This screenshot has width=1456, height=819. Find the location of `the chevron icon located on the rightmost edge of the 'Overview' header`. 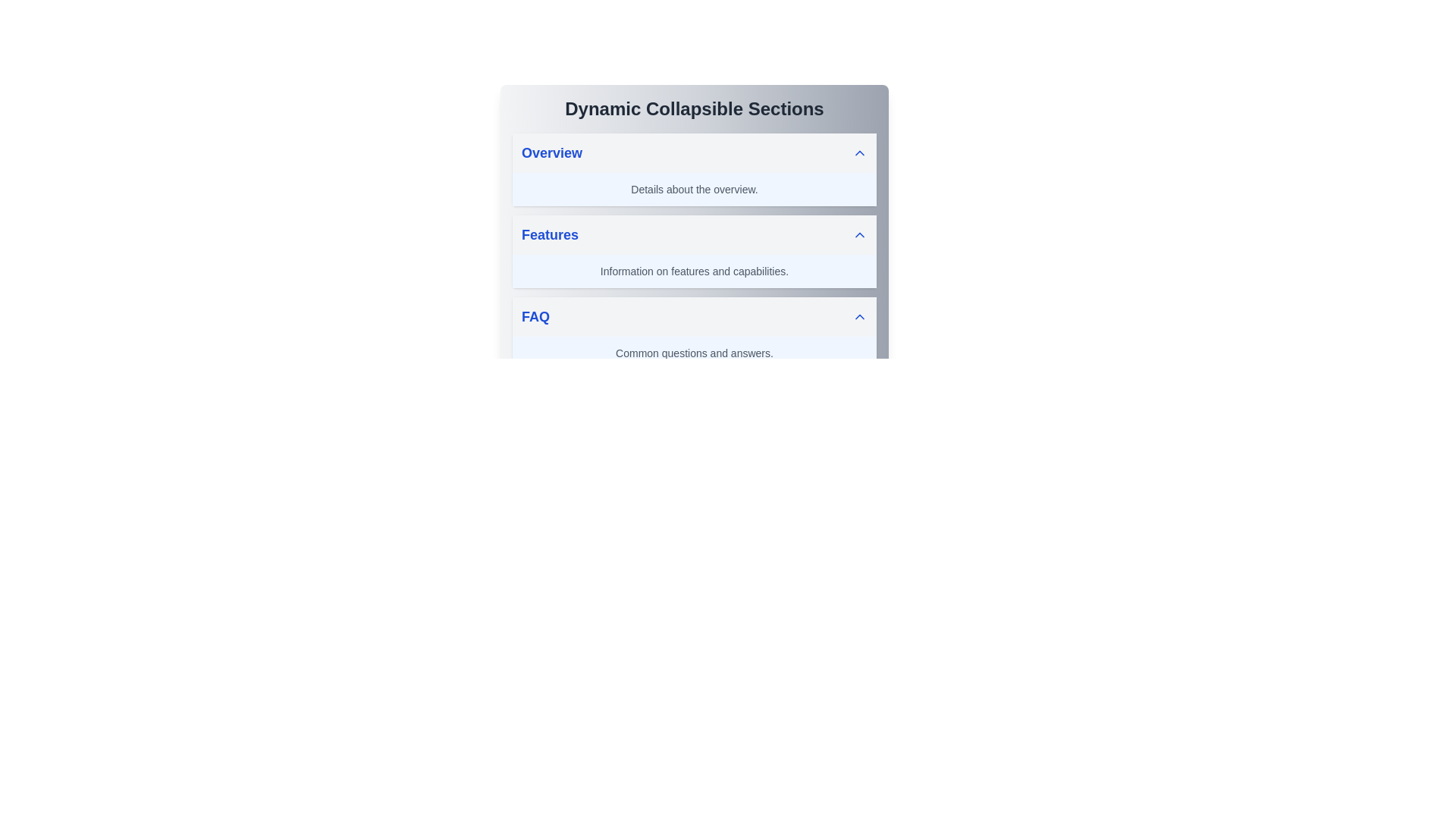

the chevron icon located on the rightmost edge of the 'Overview' header is located at coordinates (859, 152).